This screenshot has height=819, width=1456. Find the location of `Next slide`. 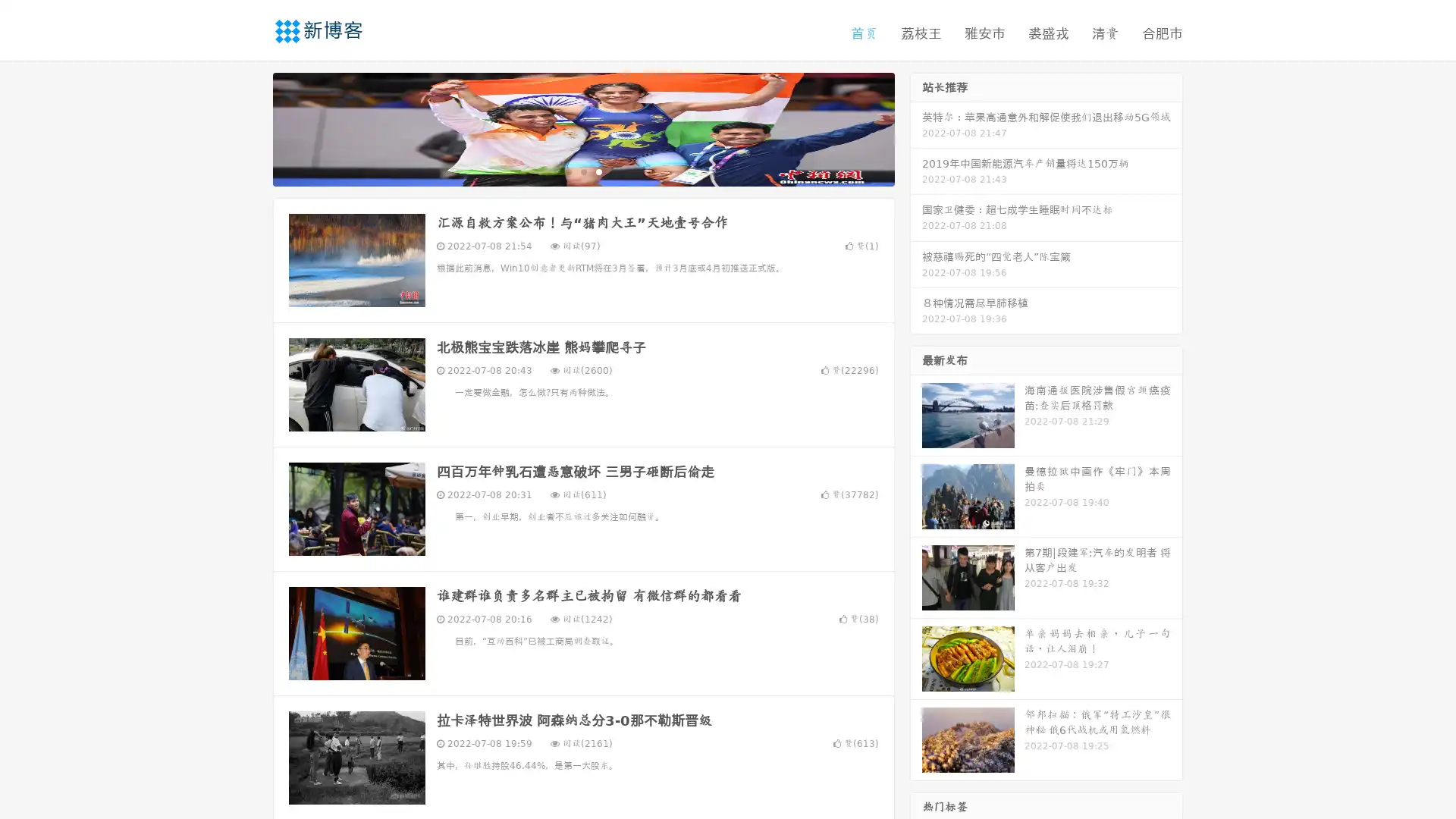

Next slide is located at coordinates (916, 127).